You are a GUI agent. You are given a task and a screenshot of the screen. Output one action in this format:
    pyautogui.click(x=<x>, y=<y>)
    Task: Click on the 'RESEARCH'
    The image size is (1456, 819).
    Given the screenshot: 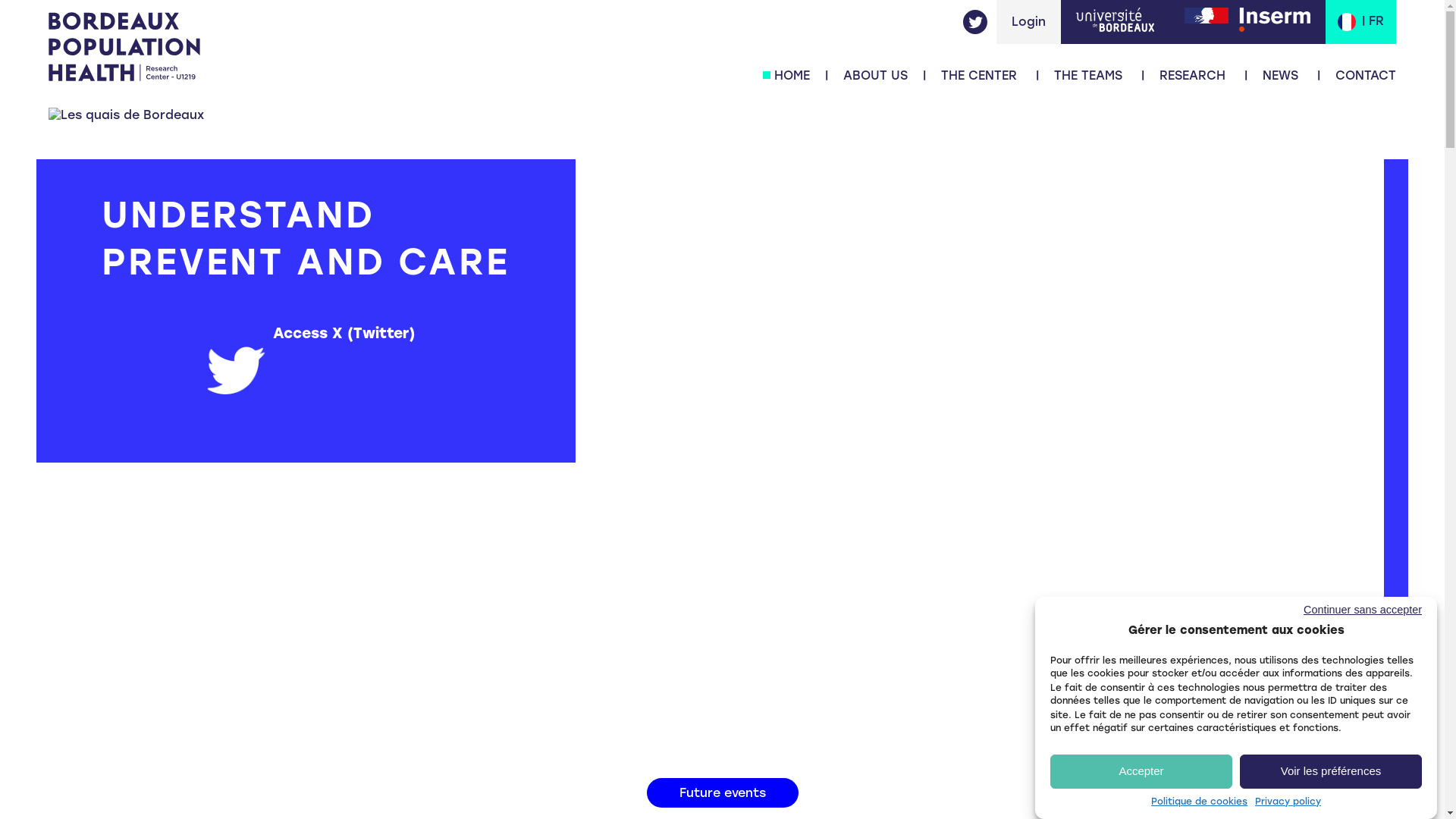 What is the action you would take?
    pyautogui.click(x=1191, y=75)
    